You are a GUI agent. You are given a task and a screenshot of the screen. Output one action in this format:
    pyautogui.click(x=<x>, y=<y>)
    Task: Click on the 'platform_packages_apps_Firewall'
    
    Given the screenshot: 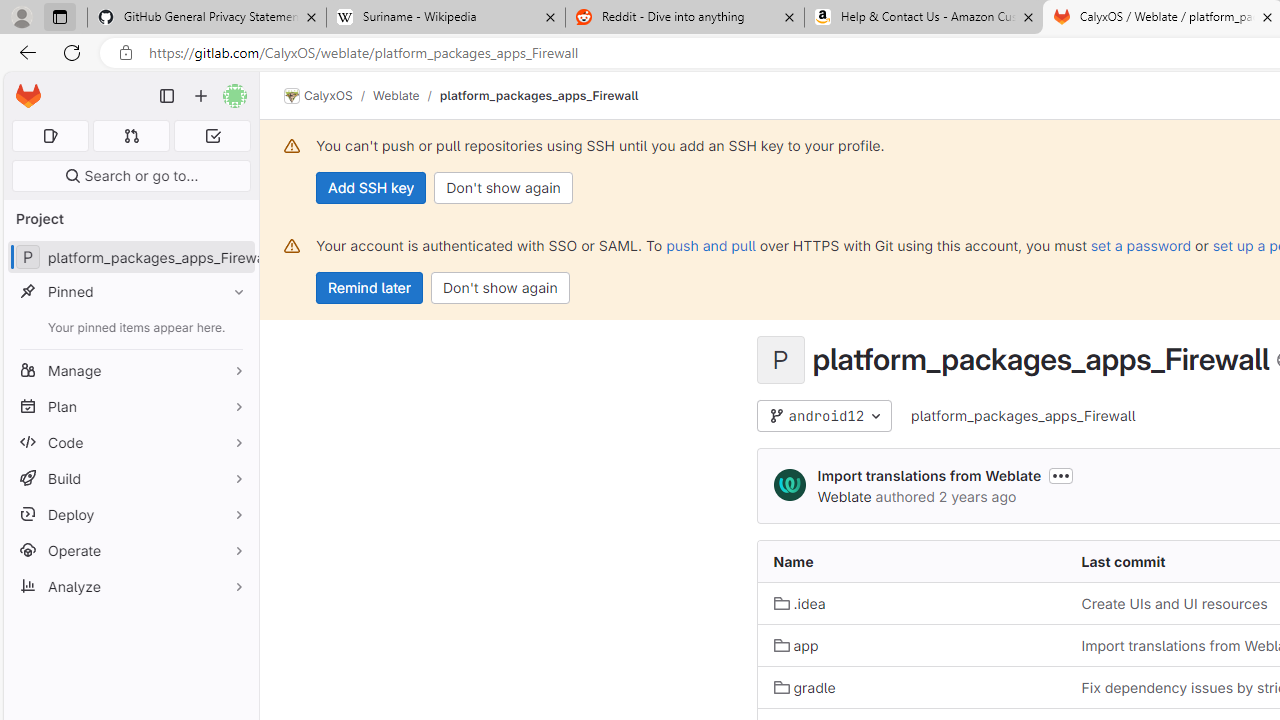 What is the action you would take?
    pyautogui.click(x=1024, y=415)
    